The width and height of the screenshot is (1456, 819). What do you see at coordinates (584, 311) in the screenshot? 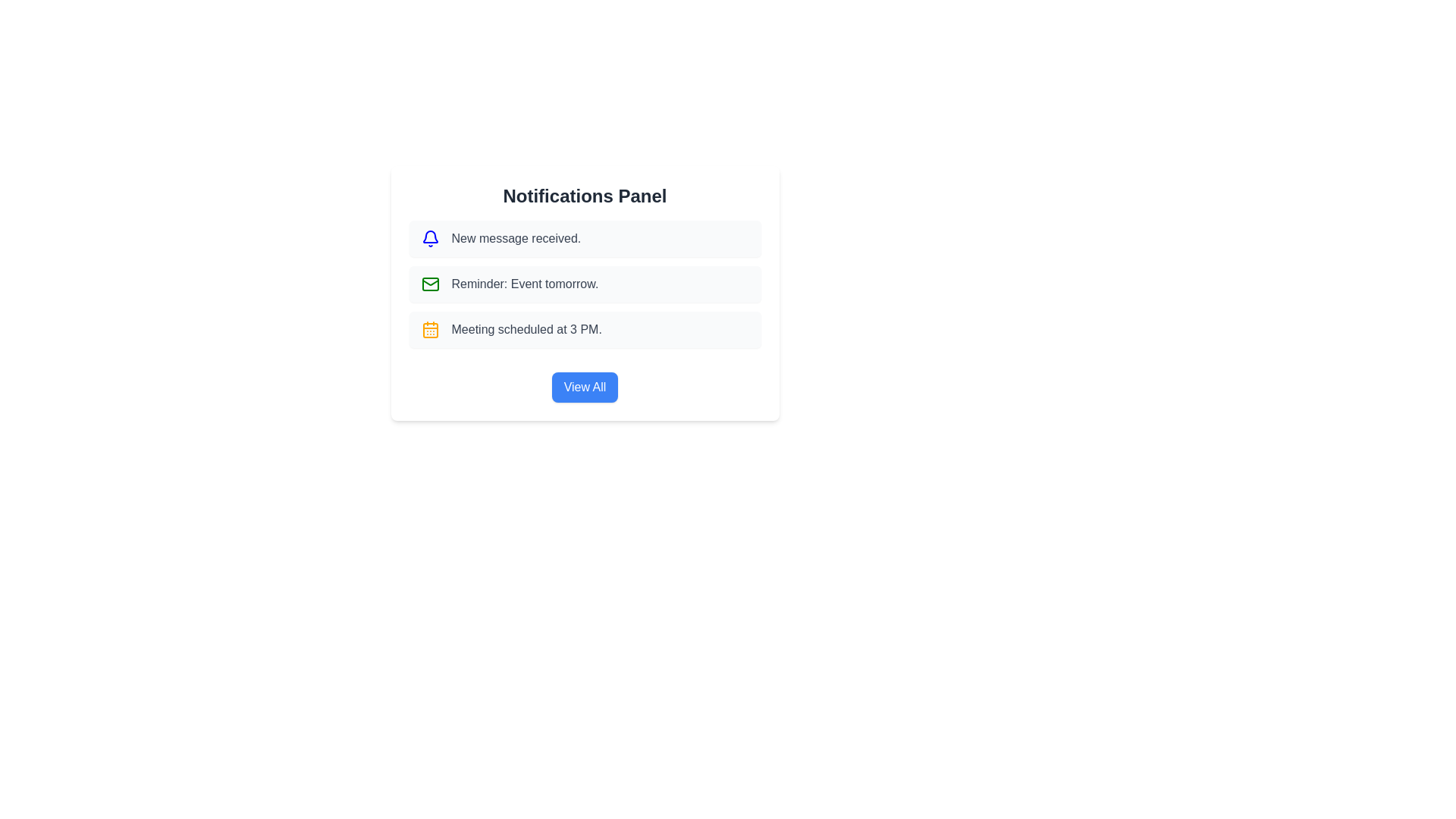
I see `the Notifications Panel which contains three notification items and a 'View All' button` at bounding box center [584, 311].